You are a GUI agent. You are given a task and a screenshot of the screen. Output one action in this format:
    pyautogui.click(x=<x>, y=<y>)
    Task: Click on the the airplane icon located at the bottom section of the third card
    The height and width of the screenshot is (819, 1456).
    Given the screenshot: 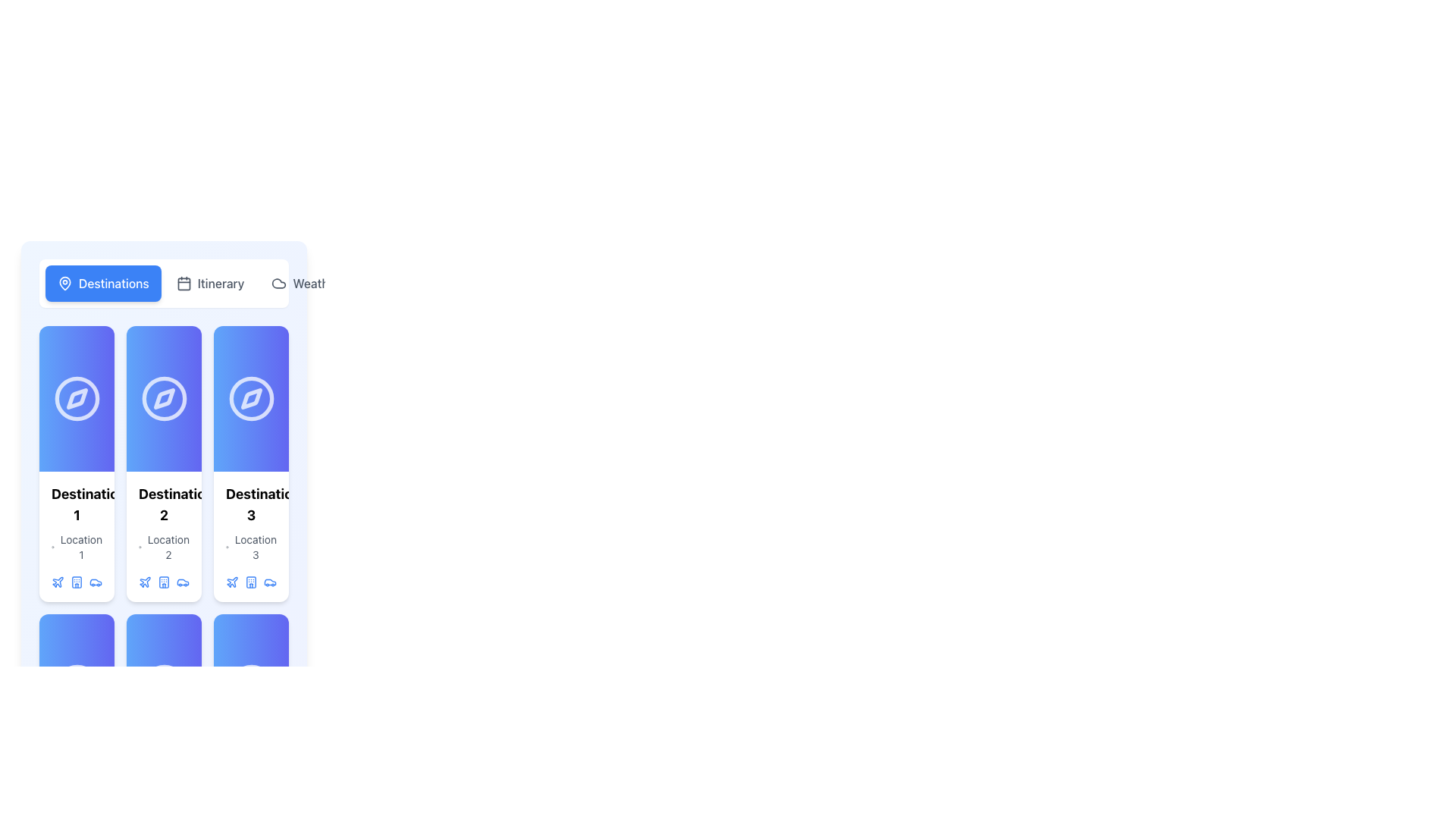 What is the action you would take?
    pyautogui.click(x=58, y=581)
    